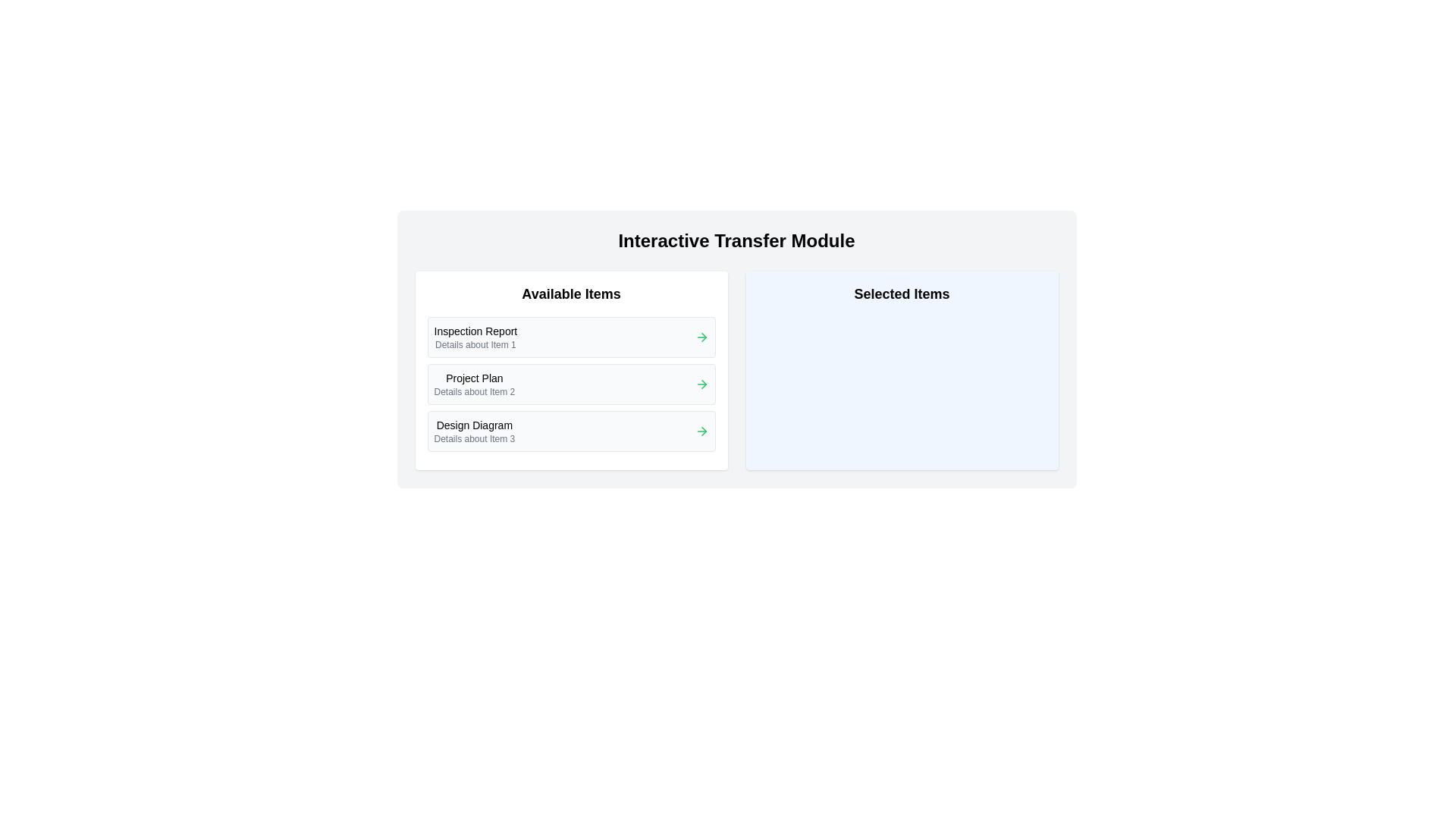 The width and height of the screenshot is (1456, 819). What do you see at coordinates (475, 345) in the screenshot?
I see `the text label reading 'Details about Item 1', which is styled in light gray and located beneath the 'Inspection Report' in the 'Available Items' section` at bounding box center [475, 345].